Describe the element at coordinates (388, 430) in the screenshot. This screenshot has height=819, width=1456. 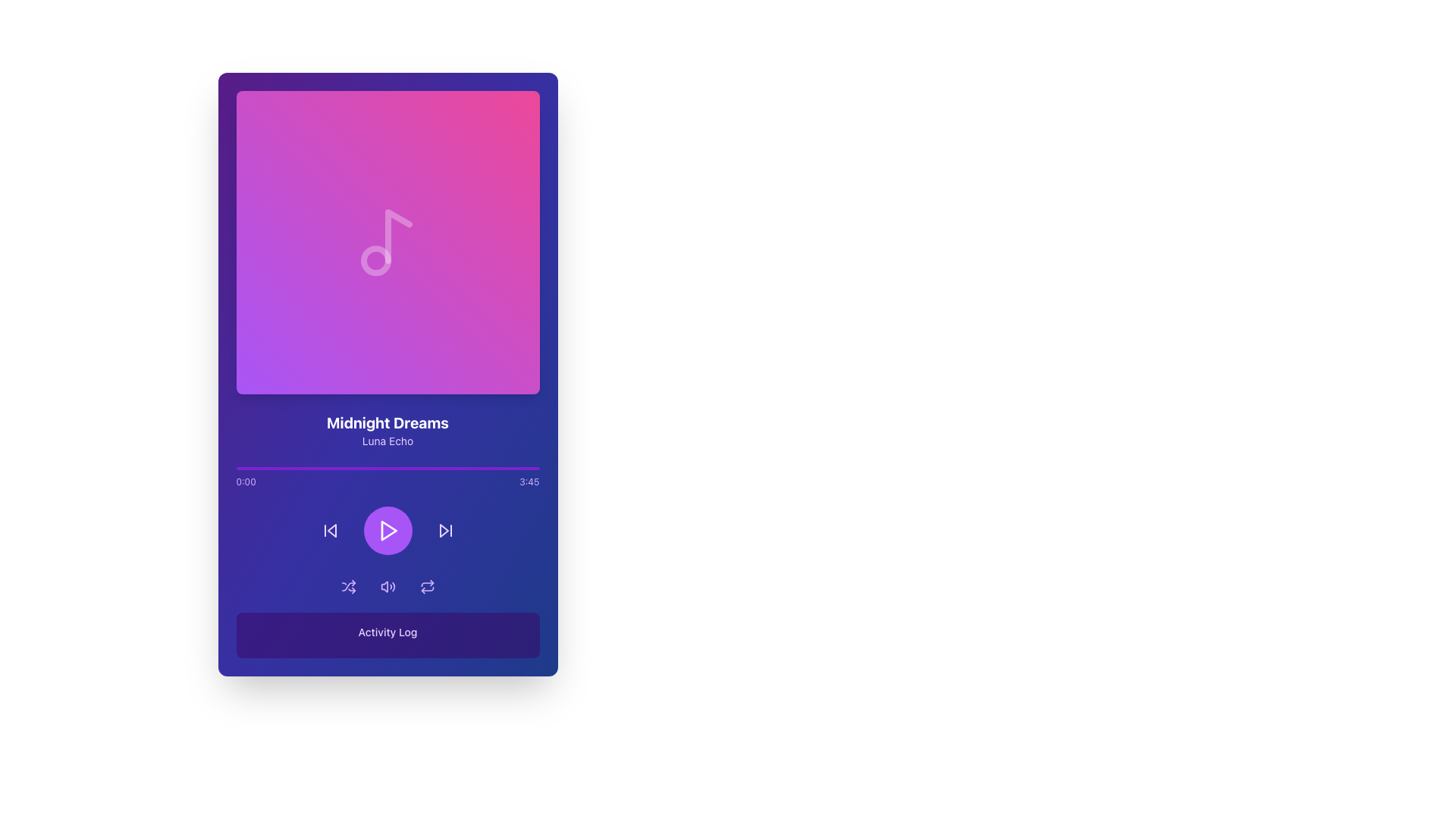
I see `the text block displaying the song title 'Midnight Dreams' by artist 'Luna Echo', which is located in the center of the card-like section` at that location.